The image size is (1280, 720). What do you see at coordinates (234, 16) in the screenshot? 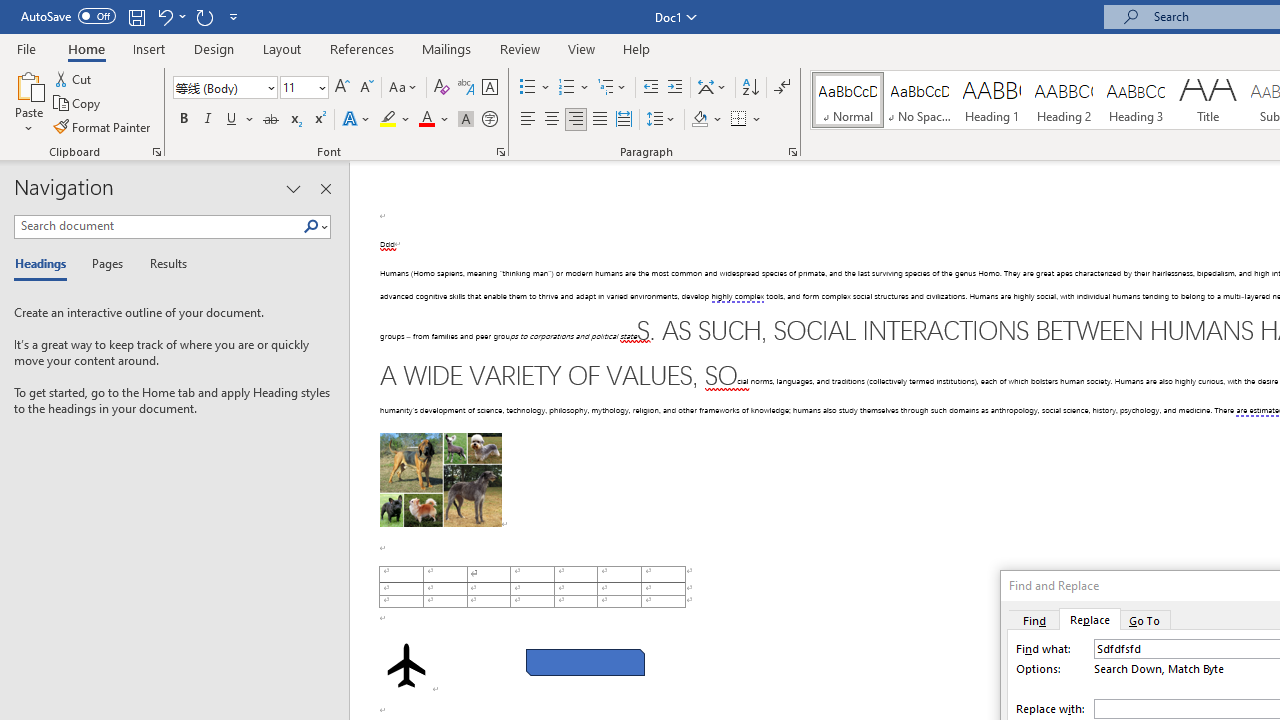
I see `'Customize Quick Access Toolbar'` at bounding box center [234, 16].